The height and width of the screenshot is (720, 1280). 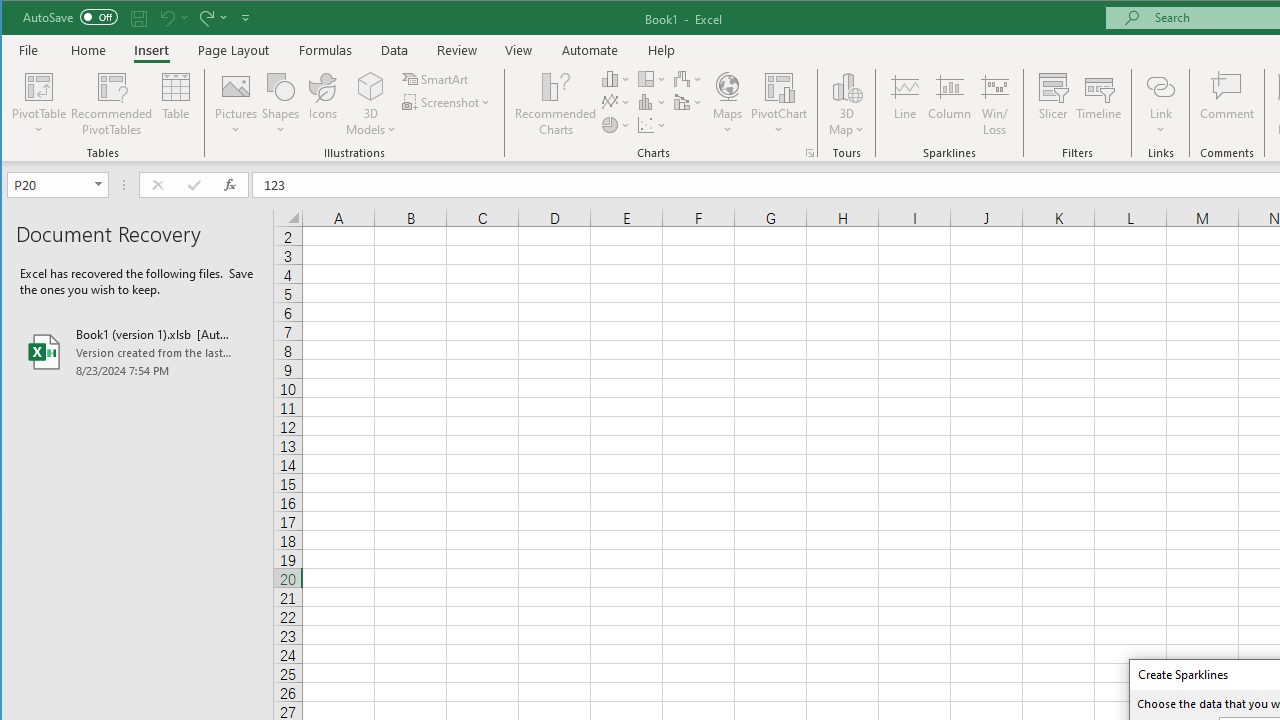 What do you see at coordinates (1226, 104) in the screenshot?
I see `'Comment'` at bounding box center [1226, 104].